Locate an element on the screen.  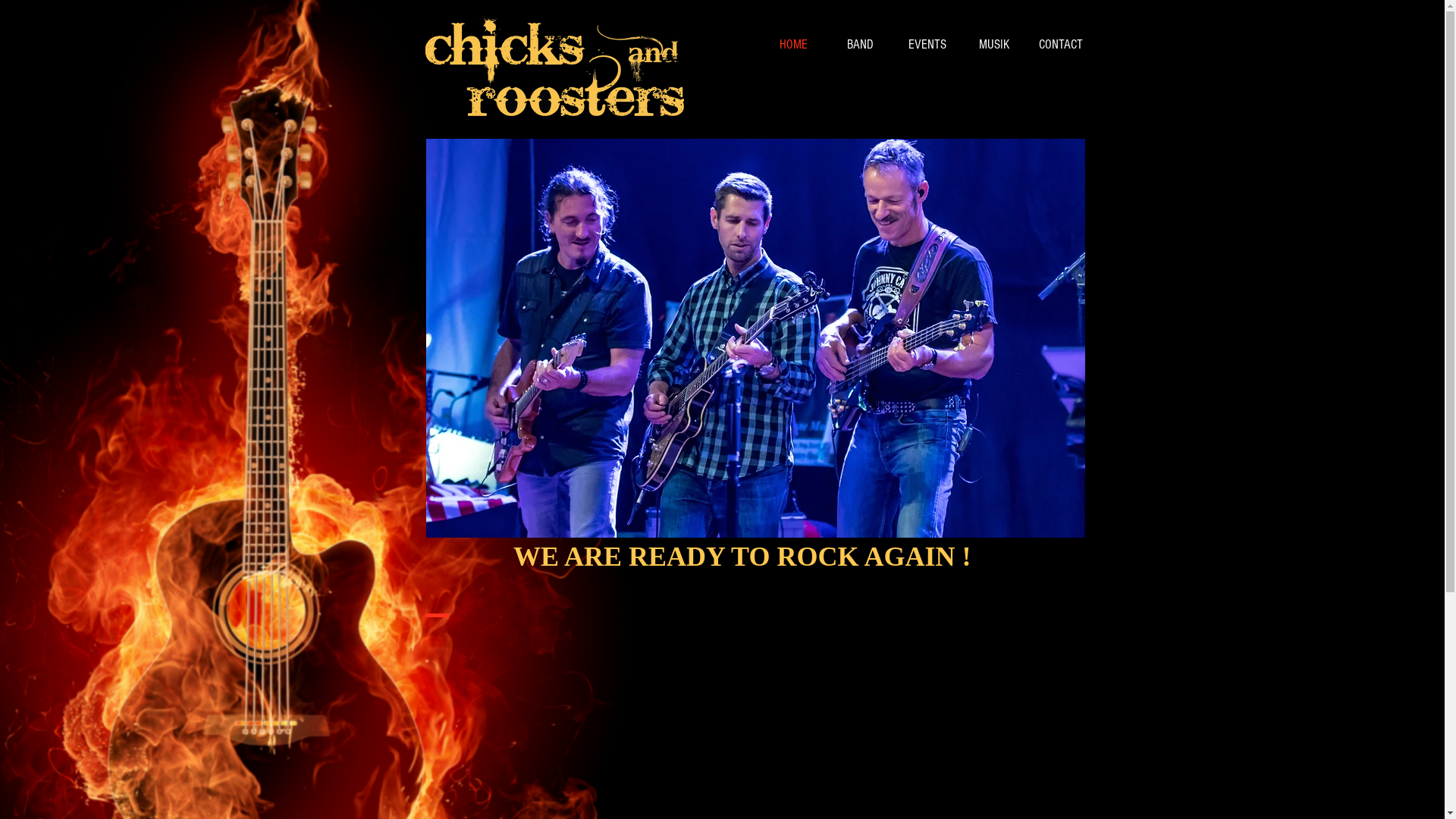
'BAND' is located at coordinates (825, 43).